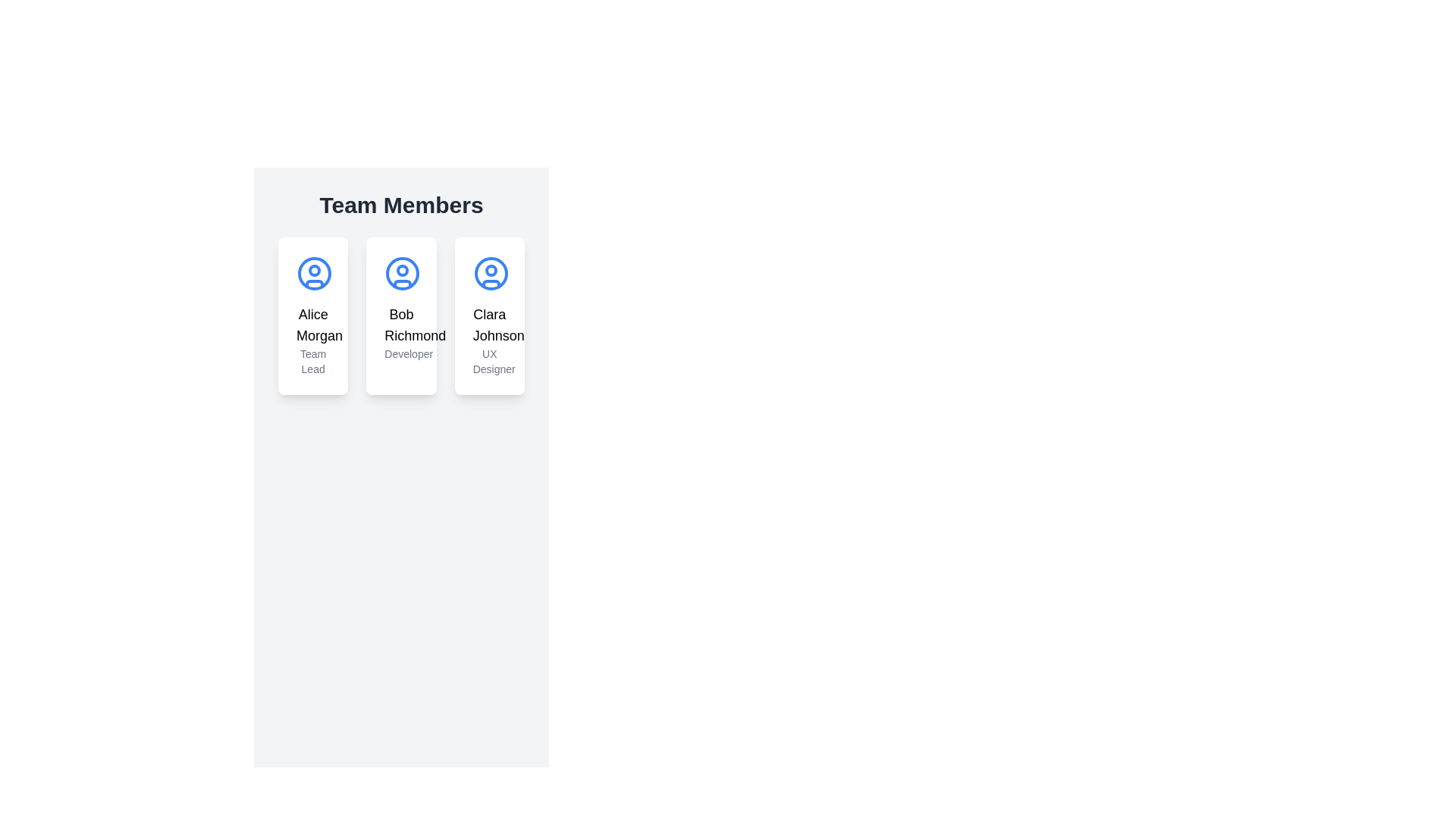  I want to click on the Profile card for 'Bob Richmond', which has a light gray background, a blue circular icon at the top, and the text 'Bob Richmond' followed by 'Developer', so click(401, 315).